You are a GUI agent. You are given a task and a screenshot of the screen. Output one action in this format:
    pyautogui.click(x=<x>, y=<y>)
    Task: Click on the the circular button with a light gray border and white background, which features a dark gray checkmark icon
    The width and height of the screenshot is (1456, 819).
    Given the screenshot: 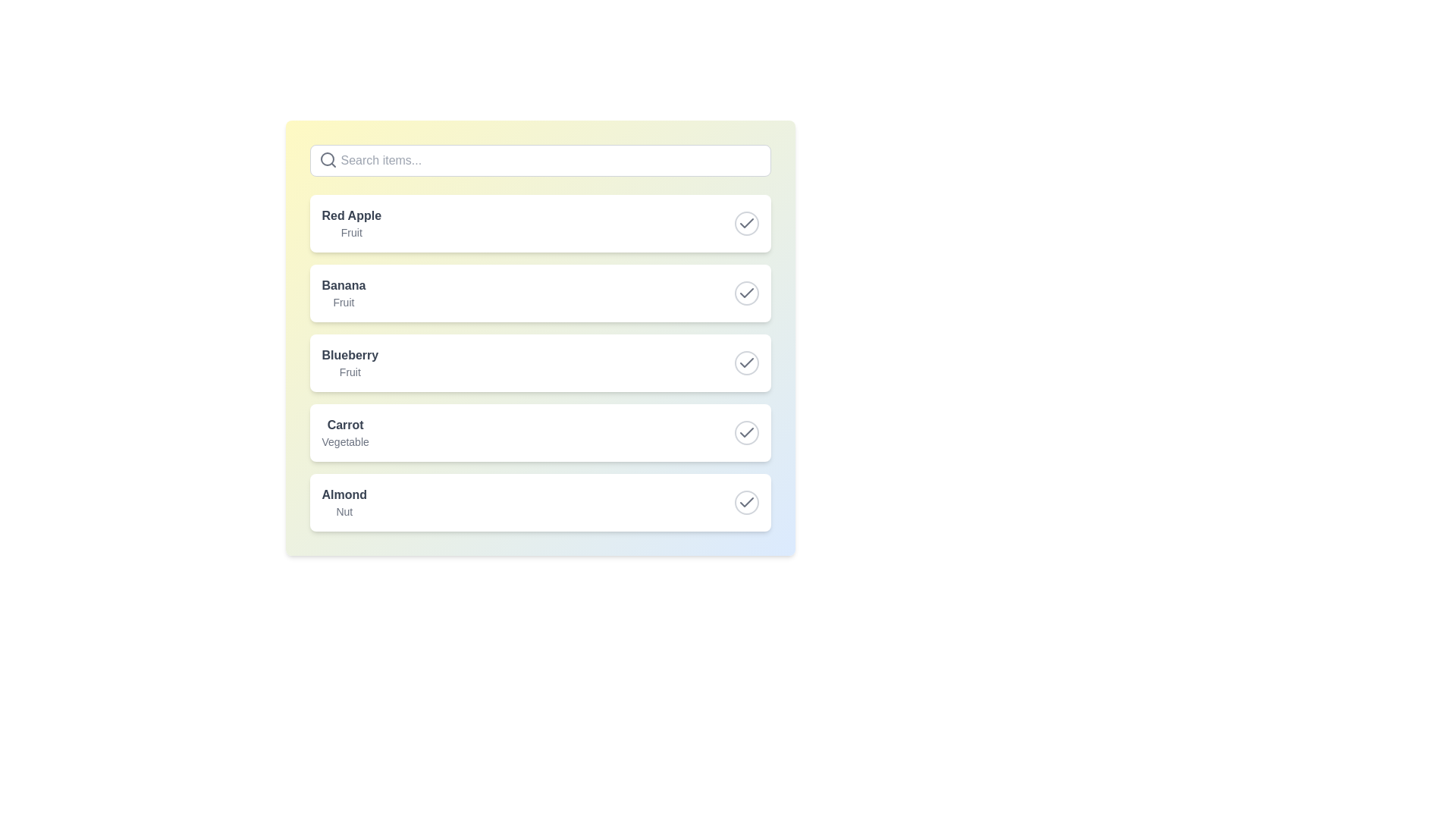 What is the action you would take?
    pyautogui.click(x=746, y=223)
    